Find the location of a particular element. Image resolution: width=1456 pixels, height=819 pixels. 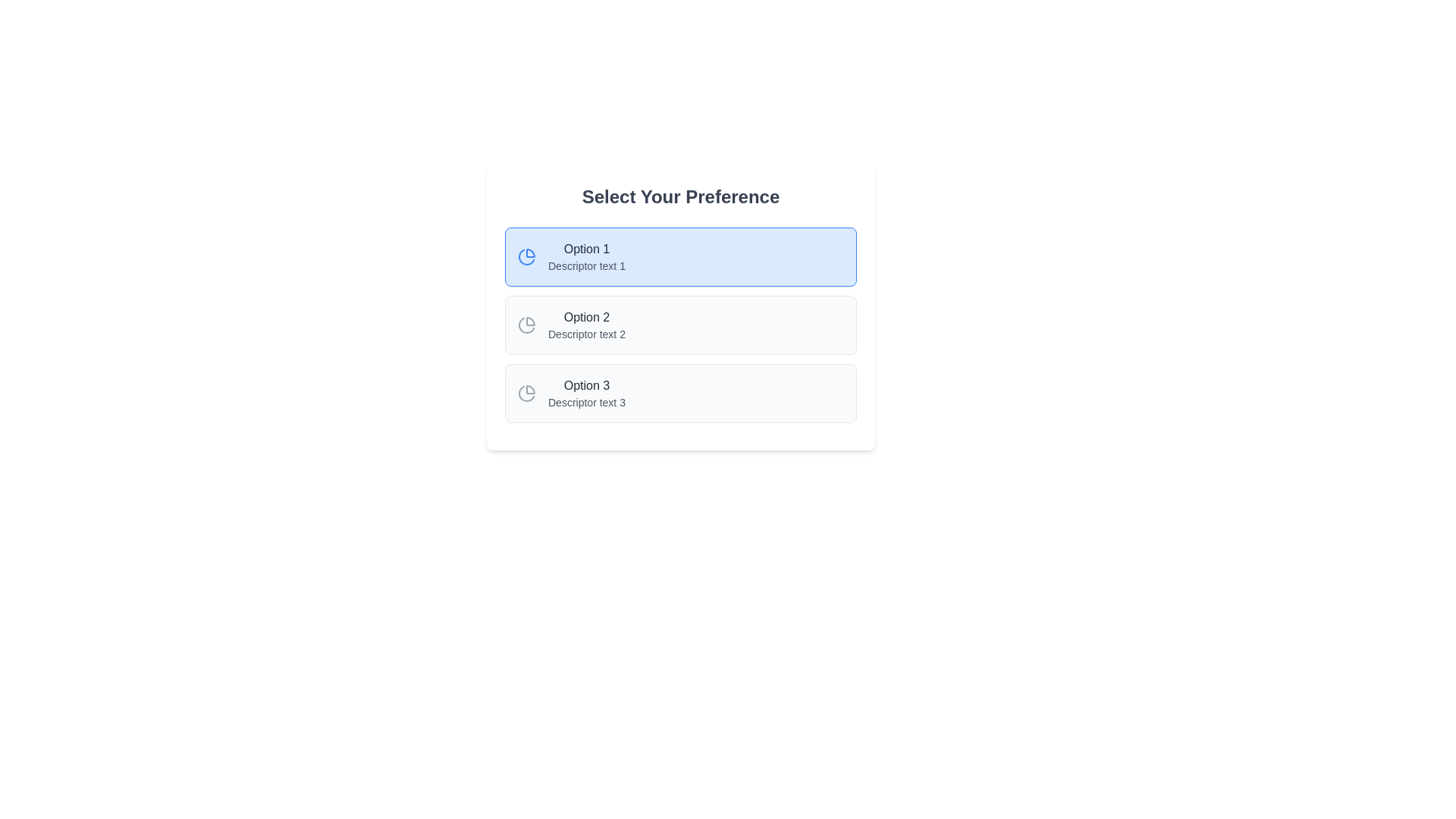

the 'Option 2' radio button is located at coordinates (679, 307).